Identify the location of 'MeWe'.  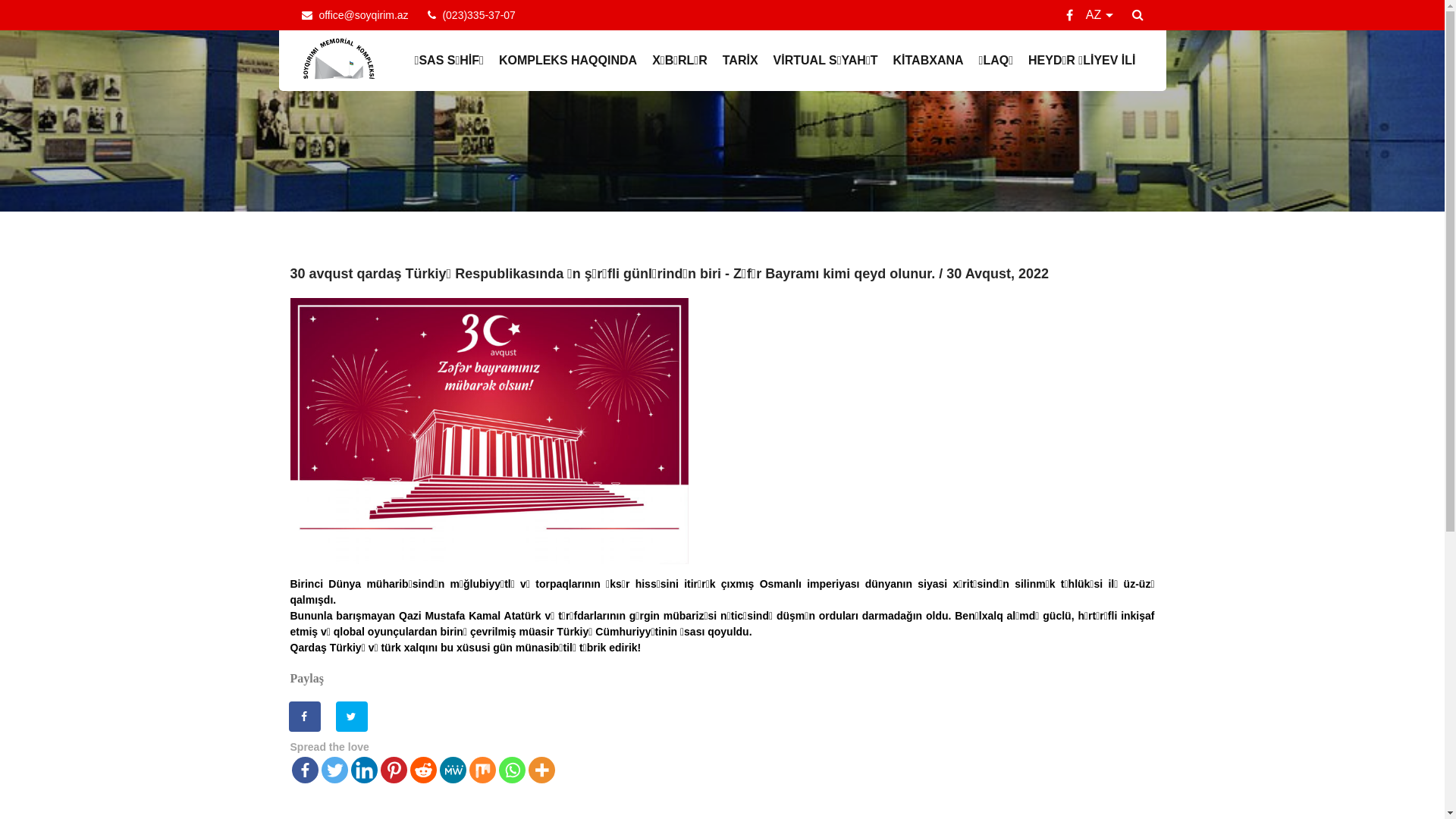
(452, 770).